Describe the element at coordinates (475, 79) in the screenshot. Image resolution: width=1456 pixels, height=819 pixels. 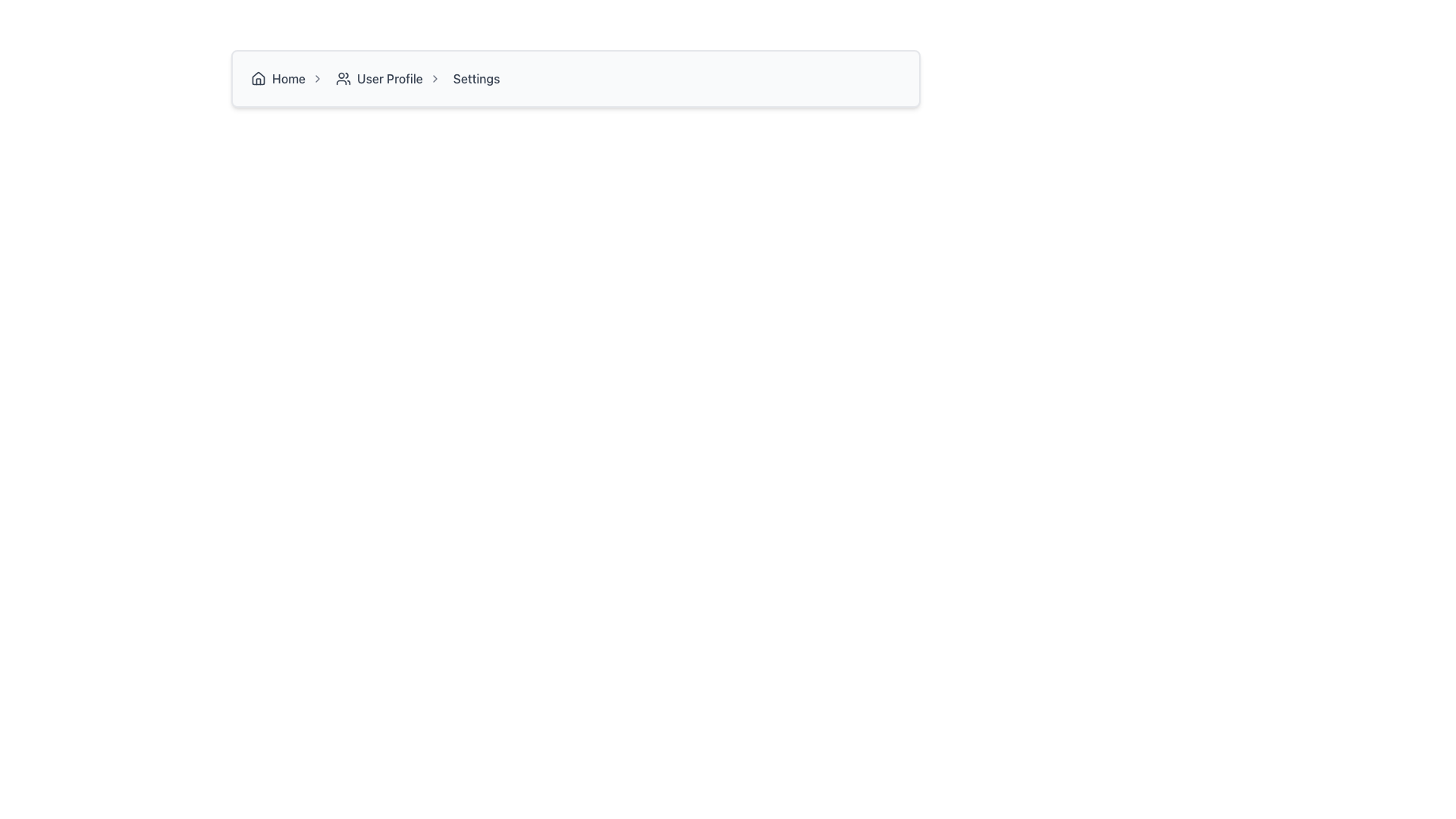
I see `the third breadcrumb label in the breadcrumb navigation bar, which indicates the current page and is positioned to the right of the 'User Profile' breadcrumb` at that location.